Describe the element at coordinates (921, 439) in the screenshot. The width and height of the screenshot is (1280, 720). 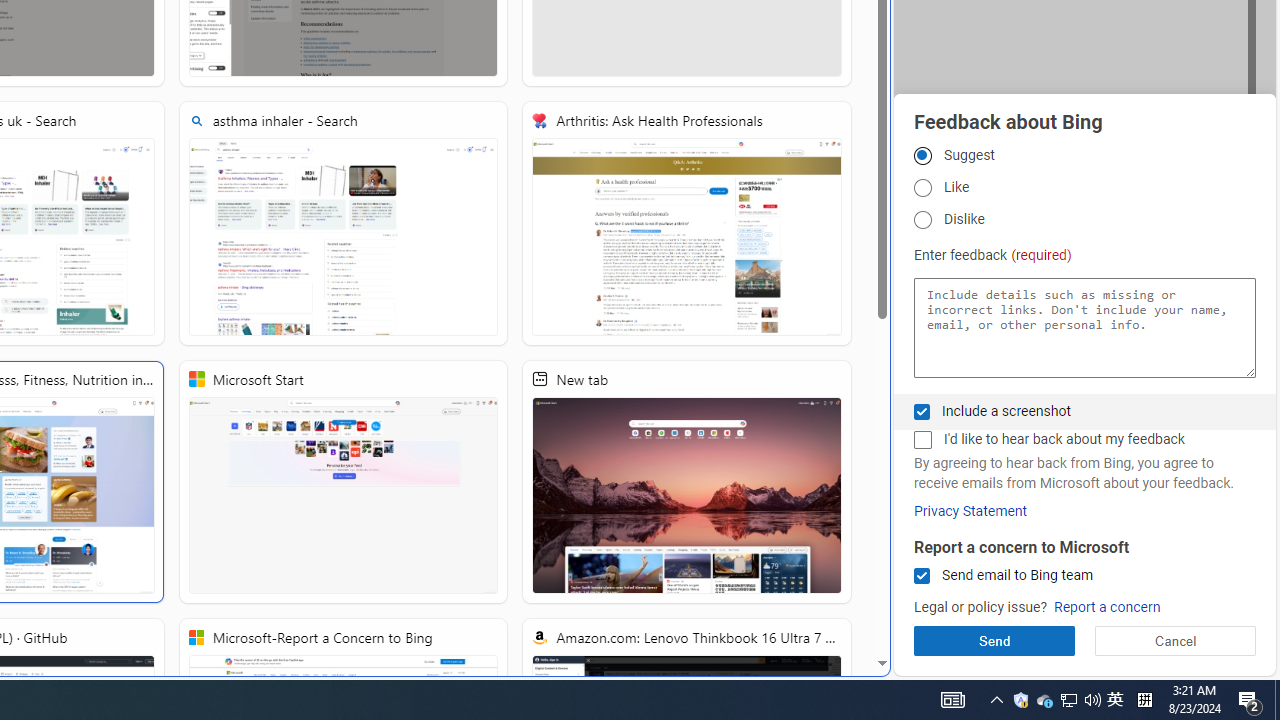
I see `'I'` at that location.